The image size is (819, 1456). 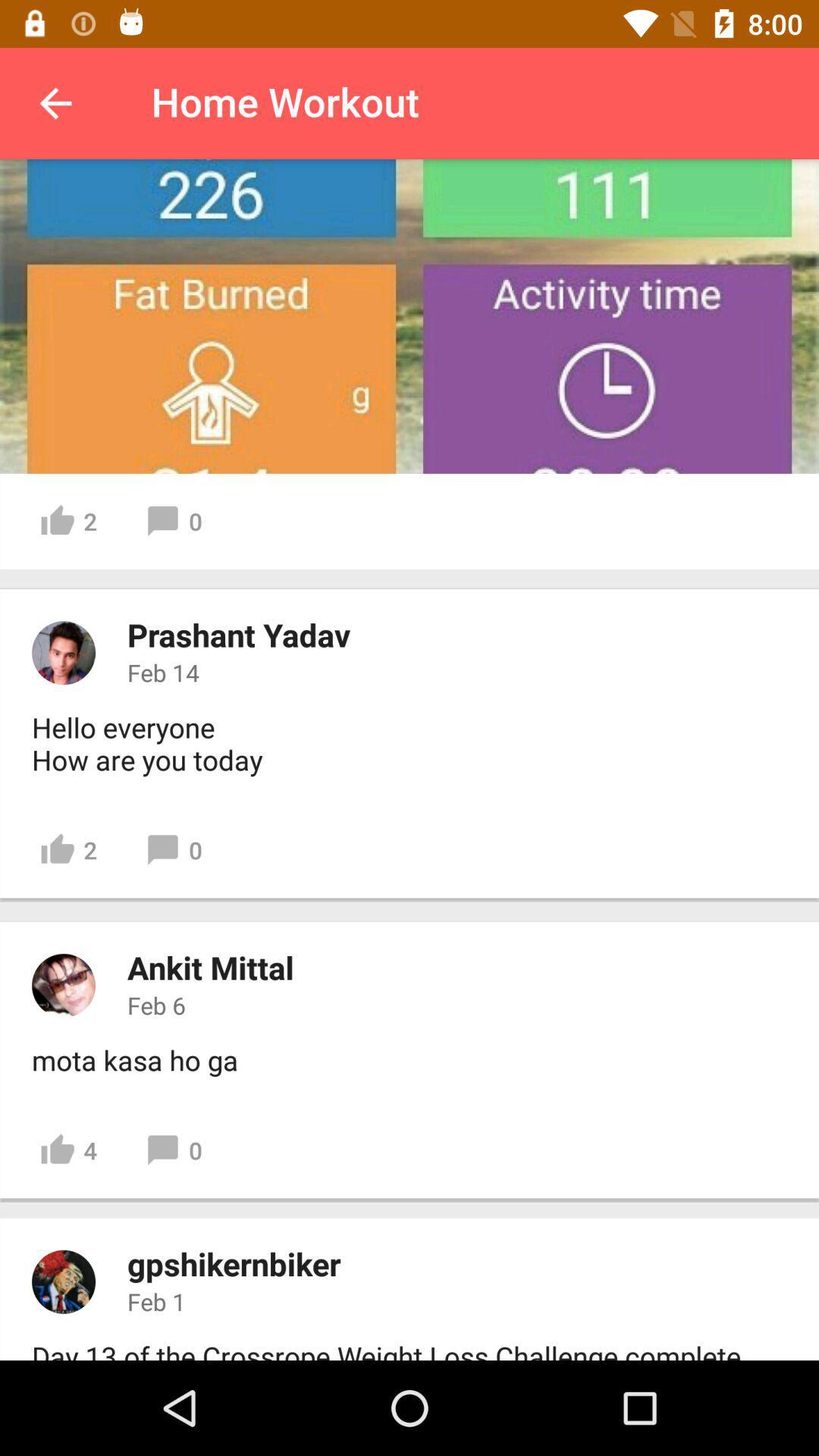 I want to click on the icon above the feb 6 item, so click(x=210, y=966).